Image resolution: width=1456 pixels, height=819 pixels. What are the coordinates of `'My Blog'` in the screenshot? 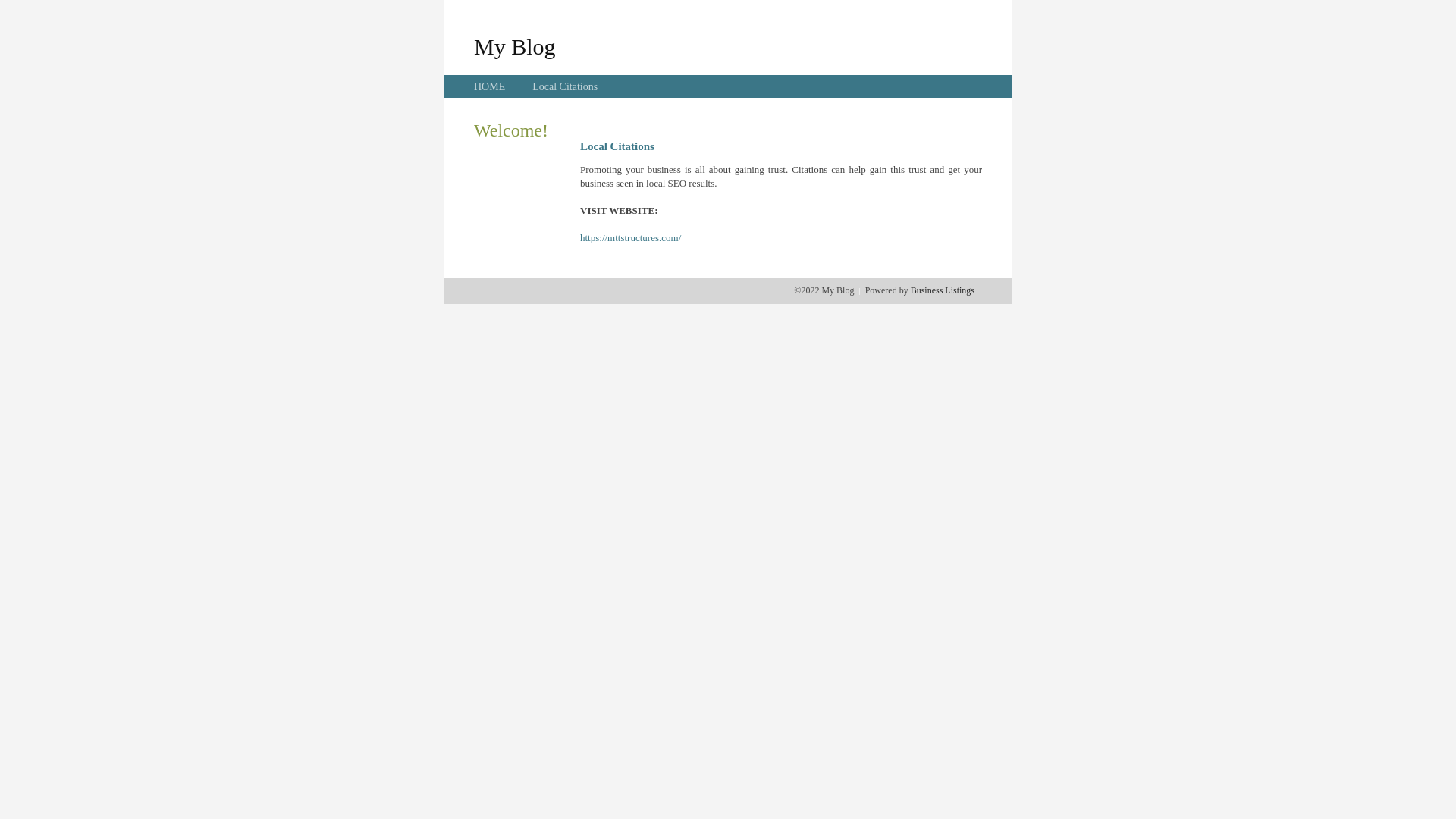 It's located at (514, 45).